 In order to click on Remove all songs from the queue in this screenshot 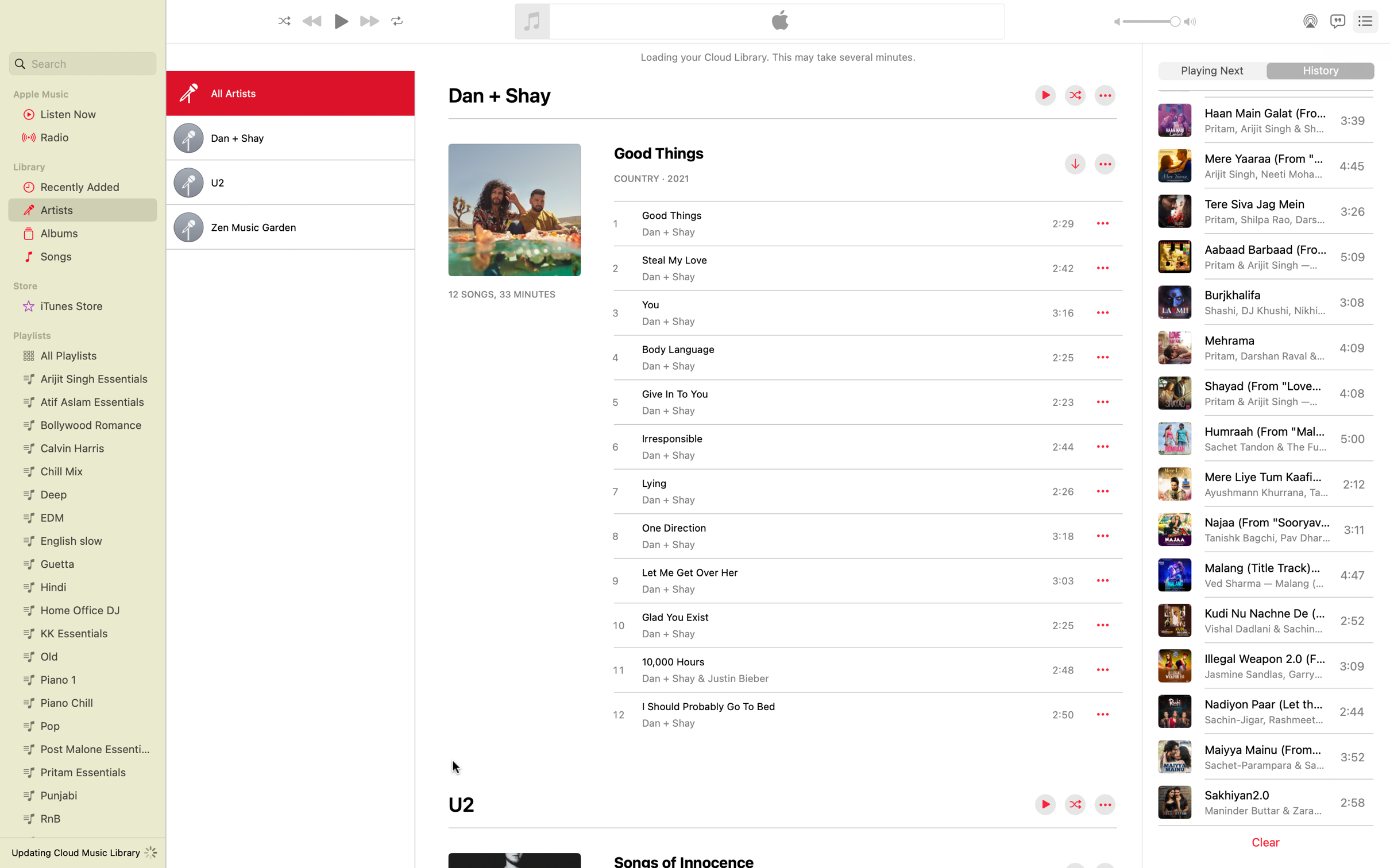, I will do `click(1268, 842)`.